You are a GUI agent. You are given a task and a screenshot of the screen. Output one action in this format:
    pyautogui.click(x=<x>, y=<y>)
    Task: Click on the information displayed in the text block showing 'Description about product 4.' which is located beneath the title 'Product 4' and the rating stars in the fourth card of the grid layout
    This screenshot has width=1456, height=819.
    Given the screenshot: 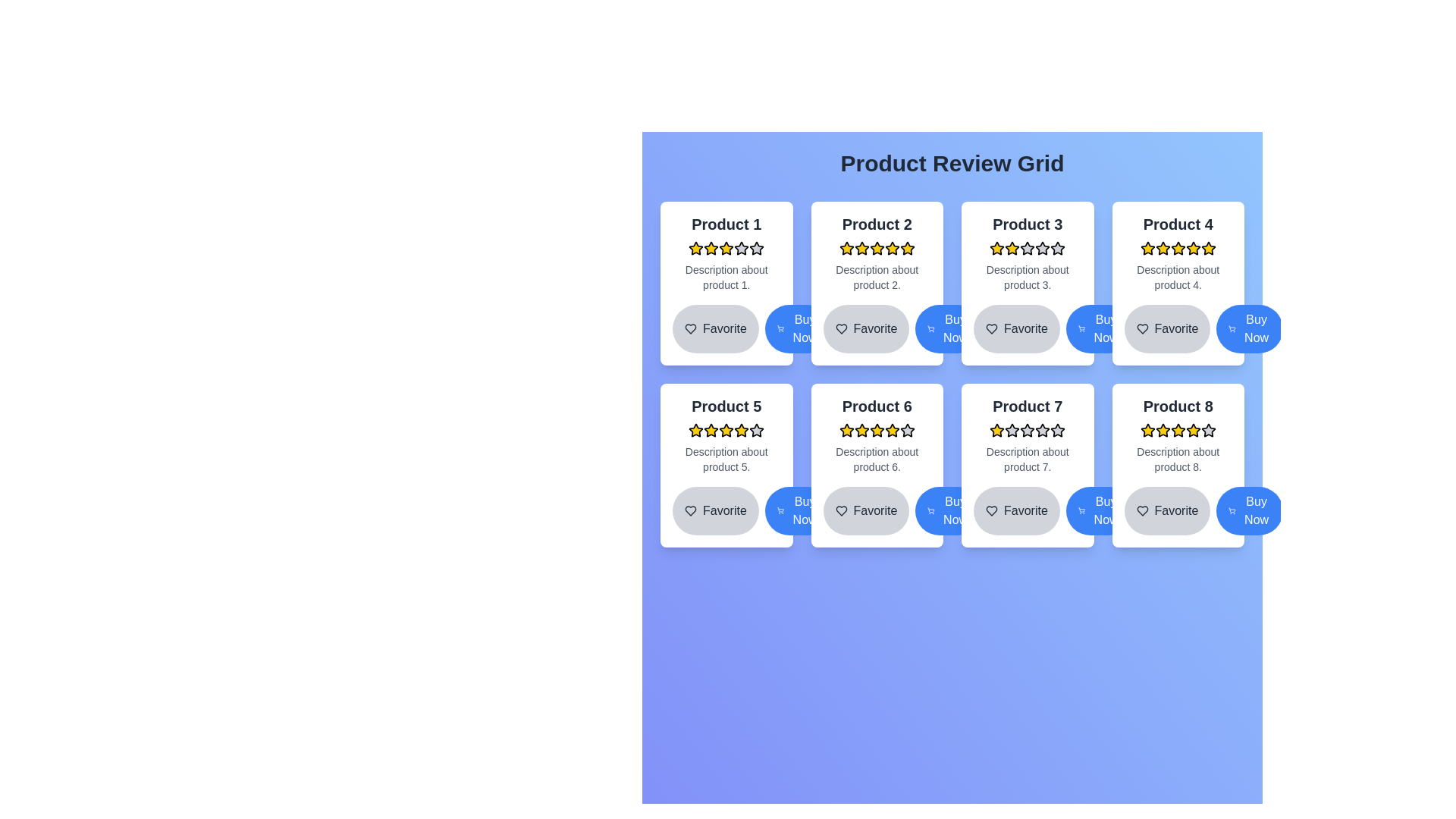 What is the action you would take?
    pyautogui.click(x=1177, y=278)
    